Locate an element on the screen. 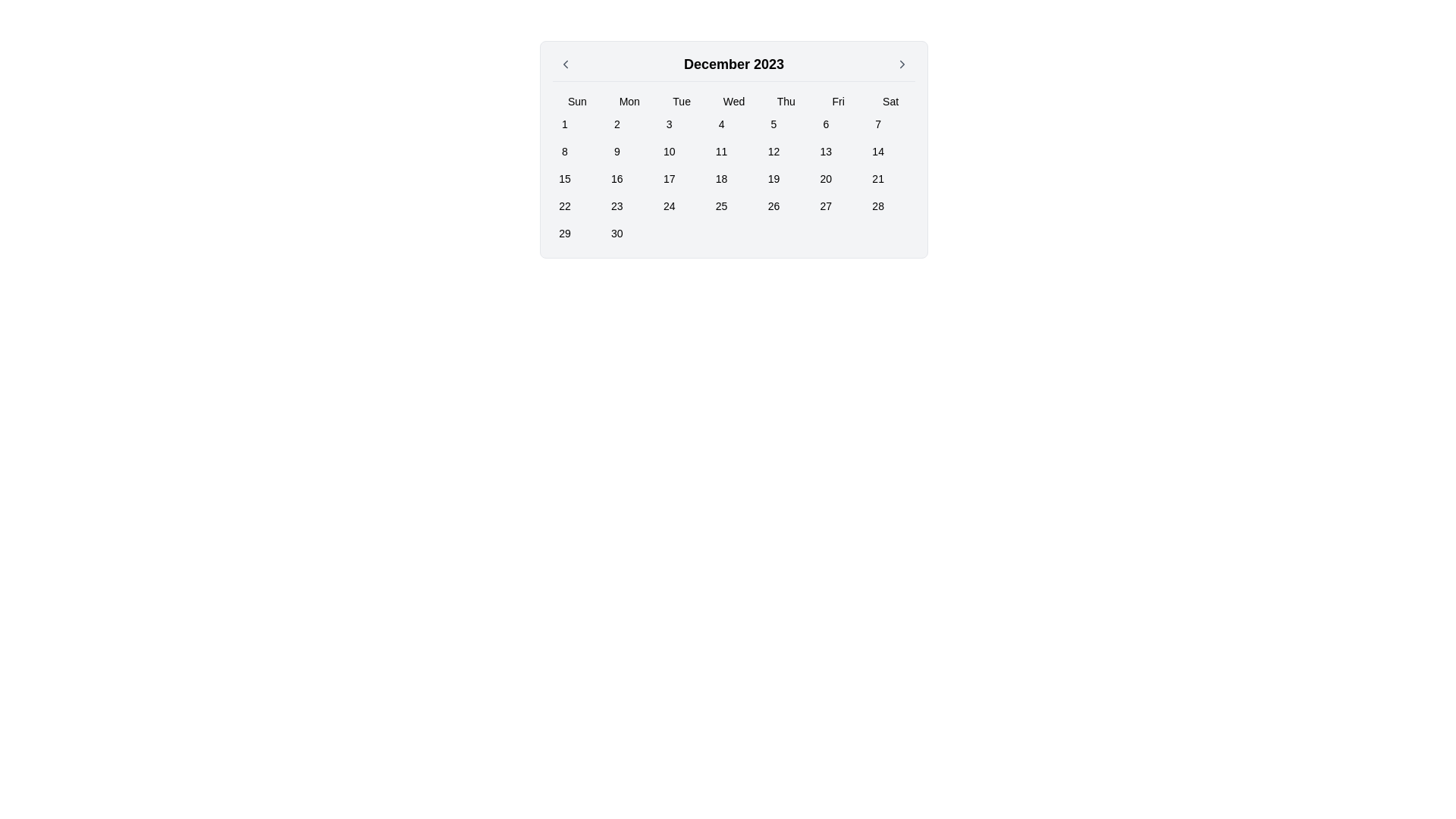 The height and width of the screenshot is (819, 1456). the button representing the 5th day of the month in the calendar interface is located at coordinates (773, 124).